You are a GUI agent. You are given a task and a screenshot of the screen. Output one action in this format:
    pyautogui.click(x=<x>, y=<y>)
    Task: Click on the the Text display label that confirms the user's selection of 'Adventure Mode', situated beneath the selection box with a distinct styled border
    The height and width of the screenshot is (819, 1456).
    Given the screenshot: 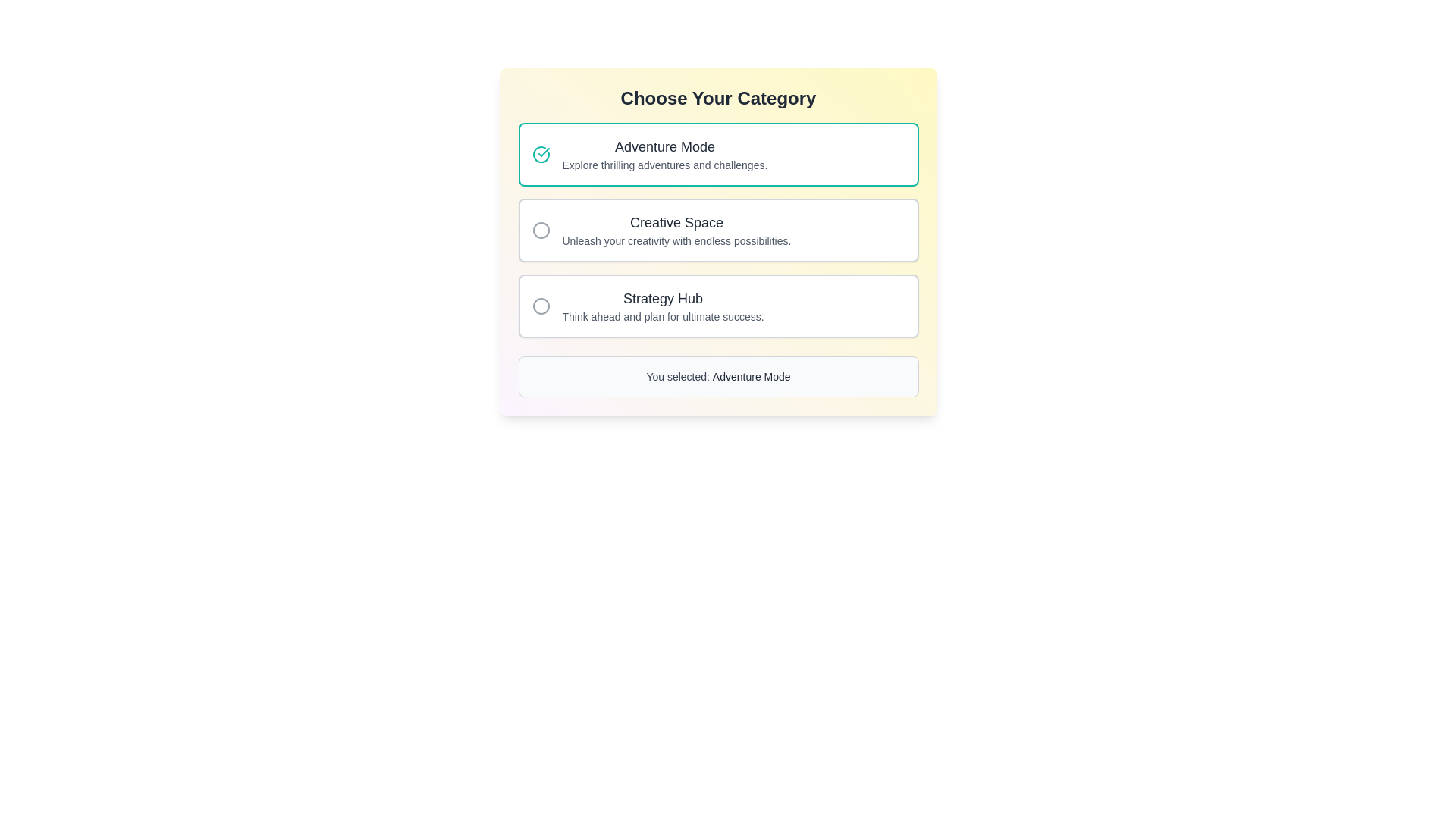 What is the action you would take?
    pyautogui.click(x=717, y=376)
    